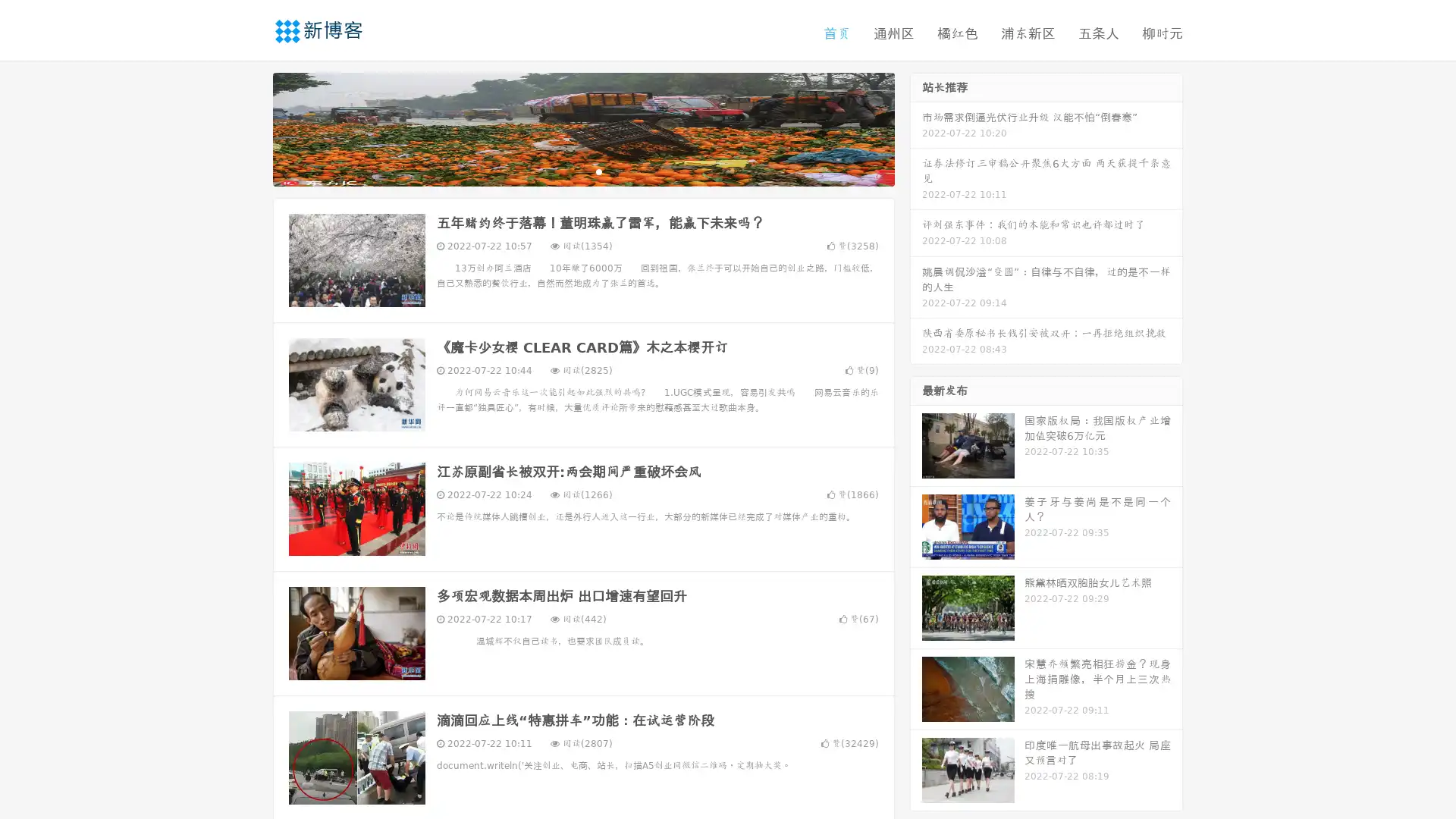 This screenshot has height=819, width=1456. What do you see at coordinates (916, 127) in the screenshot?
I see `Next slide` at bounding box center [916, 127].